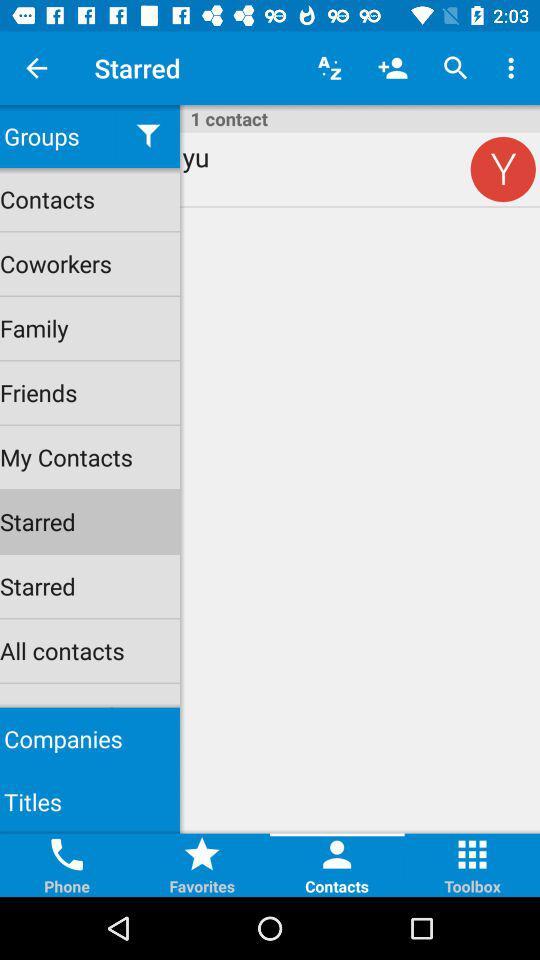 This screenshot has height=960, width=540. What do you see at coordinates (502, 168) in the screenshot?
I see `the red button in the page` at bounding box center [502, 168].